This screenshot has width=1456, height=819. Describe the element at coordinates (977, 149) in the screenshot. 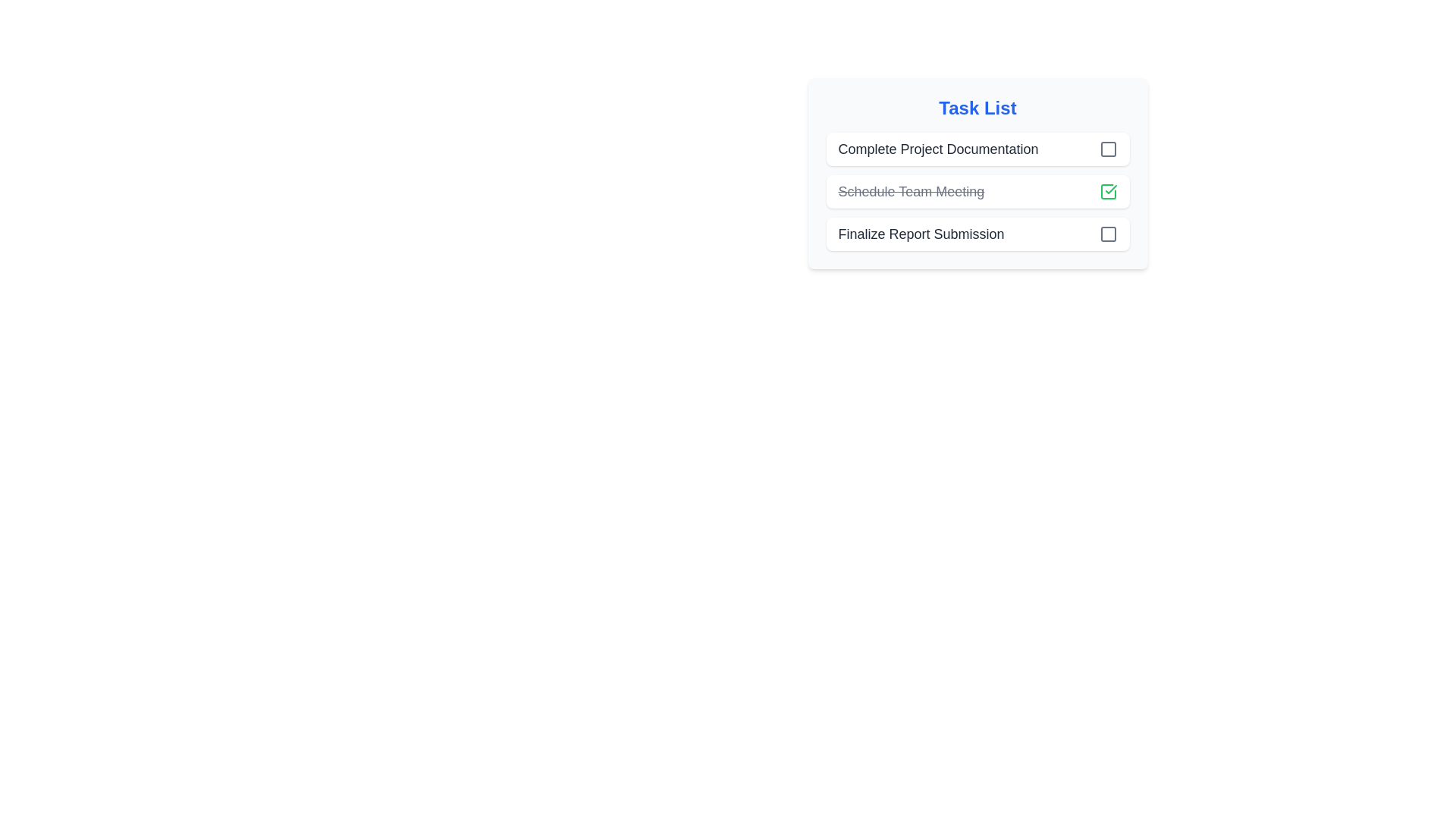

I see `the first list item with a checkbox` at that location.